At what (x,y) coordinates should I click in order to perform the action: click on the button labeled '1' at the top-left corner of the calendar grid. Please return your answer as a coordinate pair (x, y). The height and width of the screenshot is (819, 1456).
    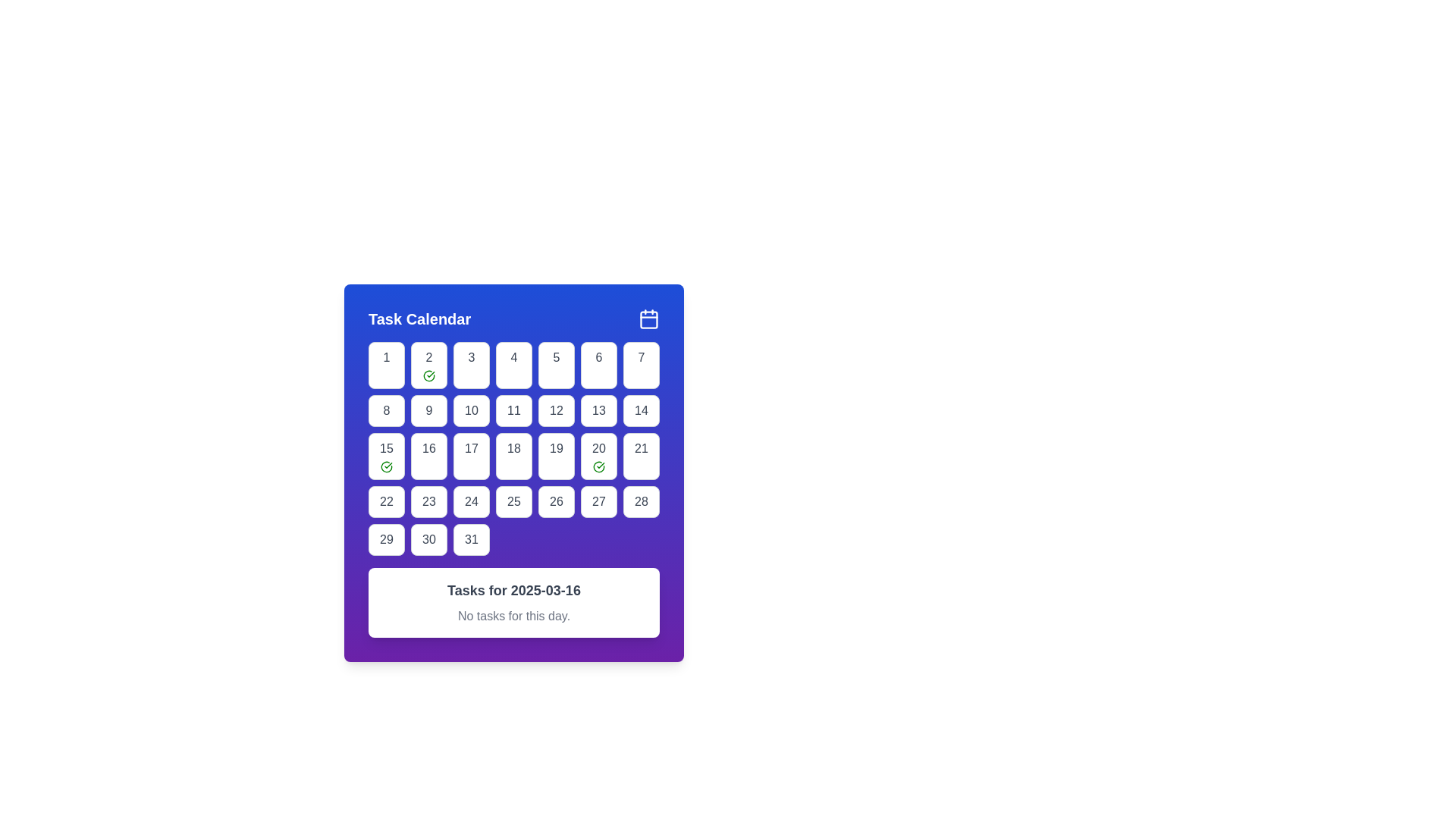
    Looking at the image, I should click on (386, 366).